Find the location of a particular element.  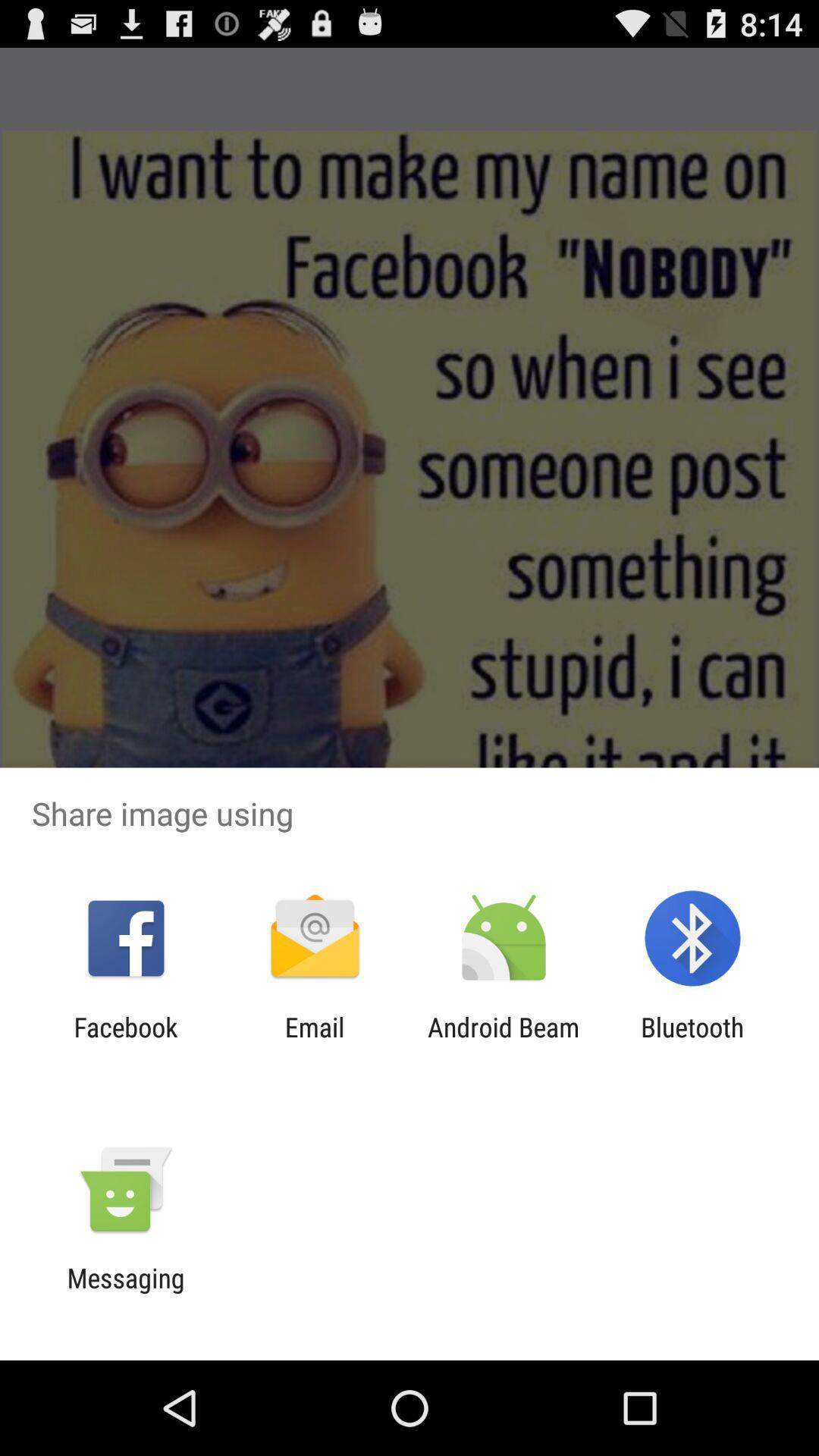

email is located at coordinates (314, 1042).